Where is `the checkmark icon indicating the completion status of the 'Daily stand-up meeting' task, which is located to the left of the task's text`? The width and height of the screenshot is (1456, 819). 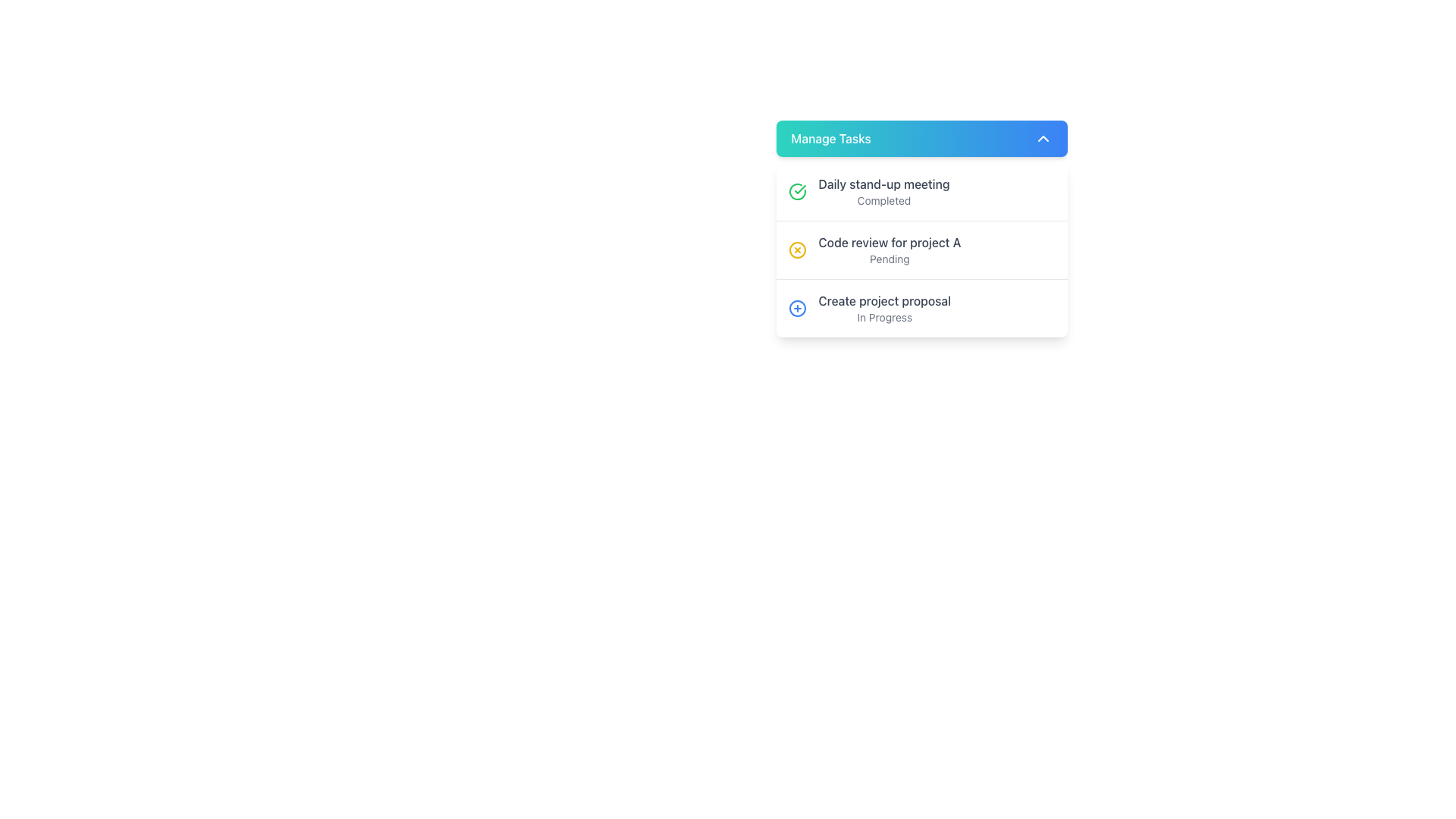
the checkmark icon indicating the completion status of the 'Daily stand-up meeting' task, which is located to the left of the task's text is located at coordinates (799, 189).